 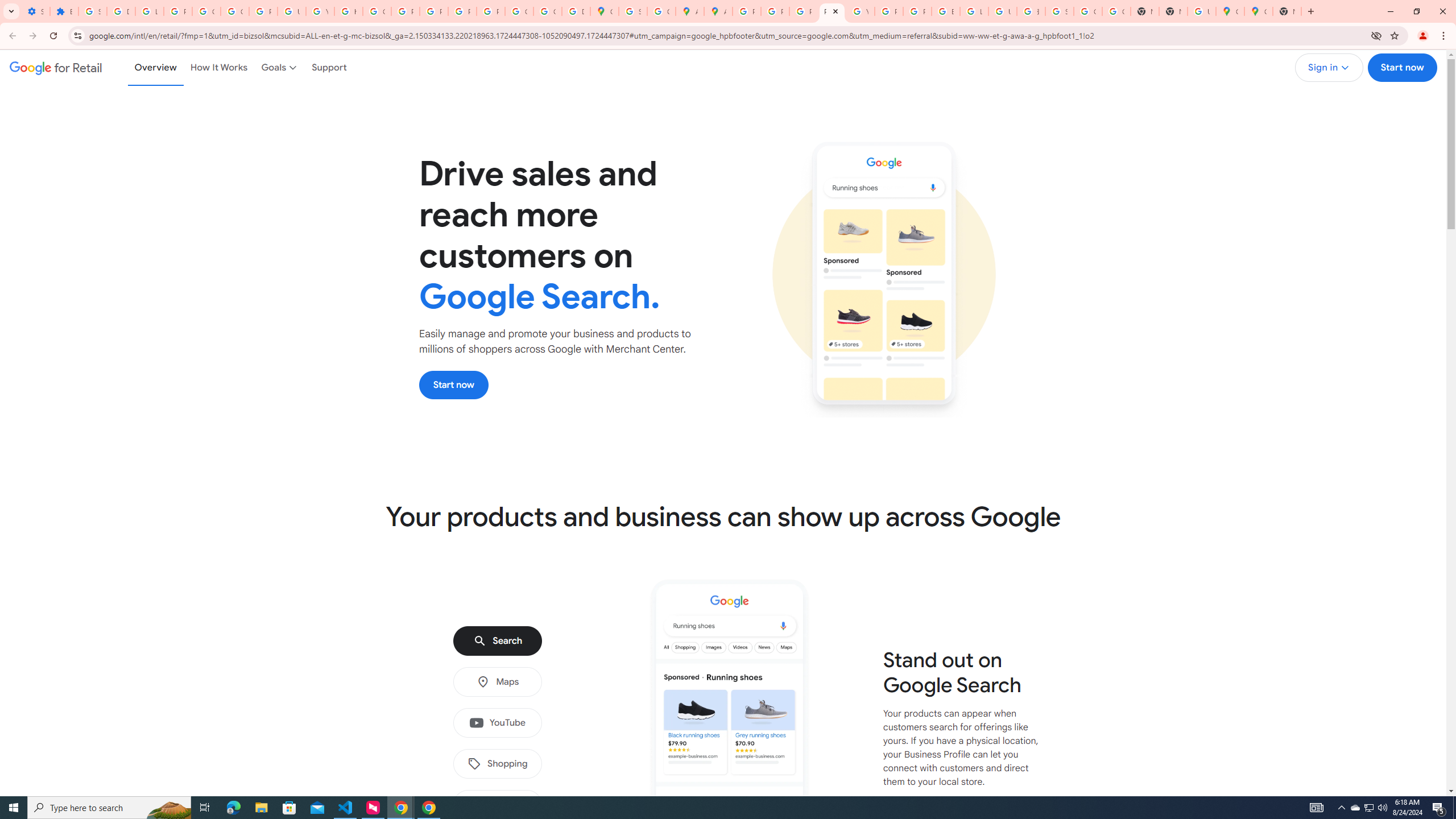 I want to click on 'Support', so click(x=329, y=67).